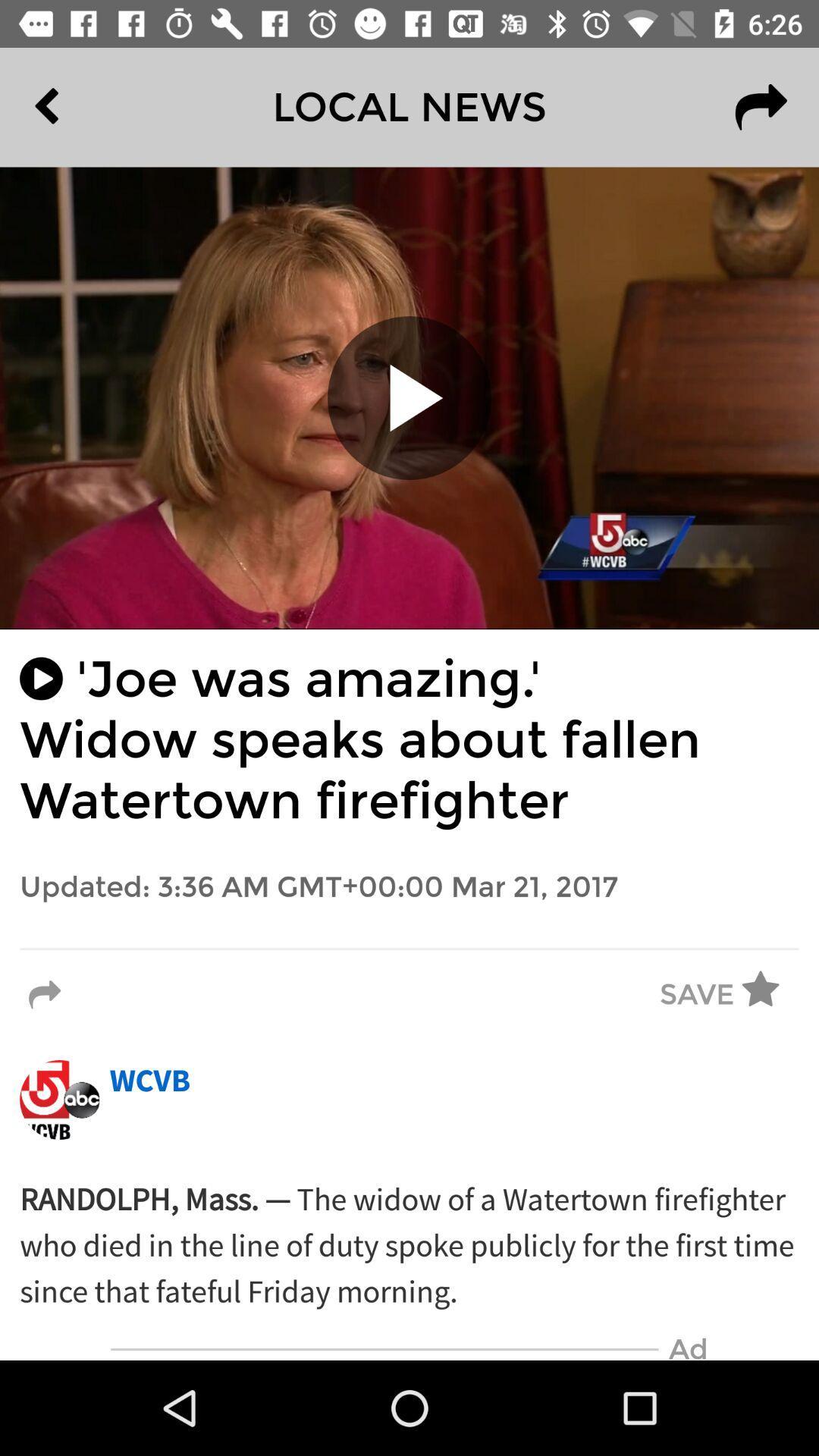 This screenshot has height=1456, width=819. What do you see at coordinates (761, 106) in the screenshot?
I see `the redo icon` at bounding box center [761, 106].